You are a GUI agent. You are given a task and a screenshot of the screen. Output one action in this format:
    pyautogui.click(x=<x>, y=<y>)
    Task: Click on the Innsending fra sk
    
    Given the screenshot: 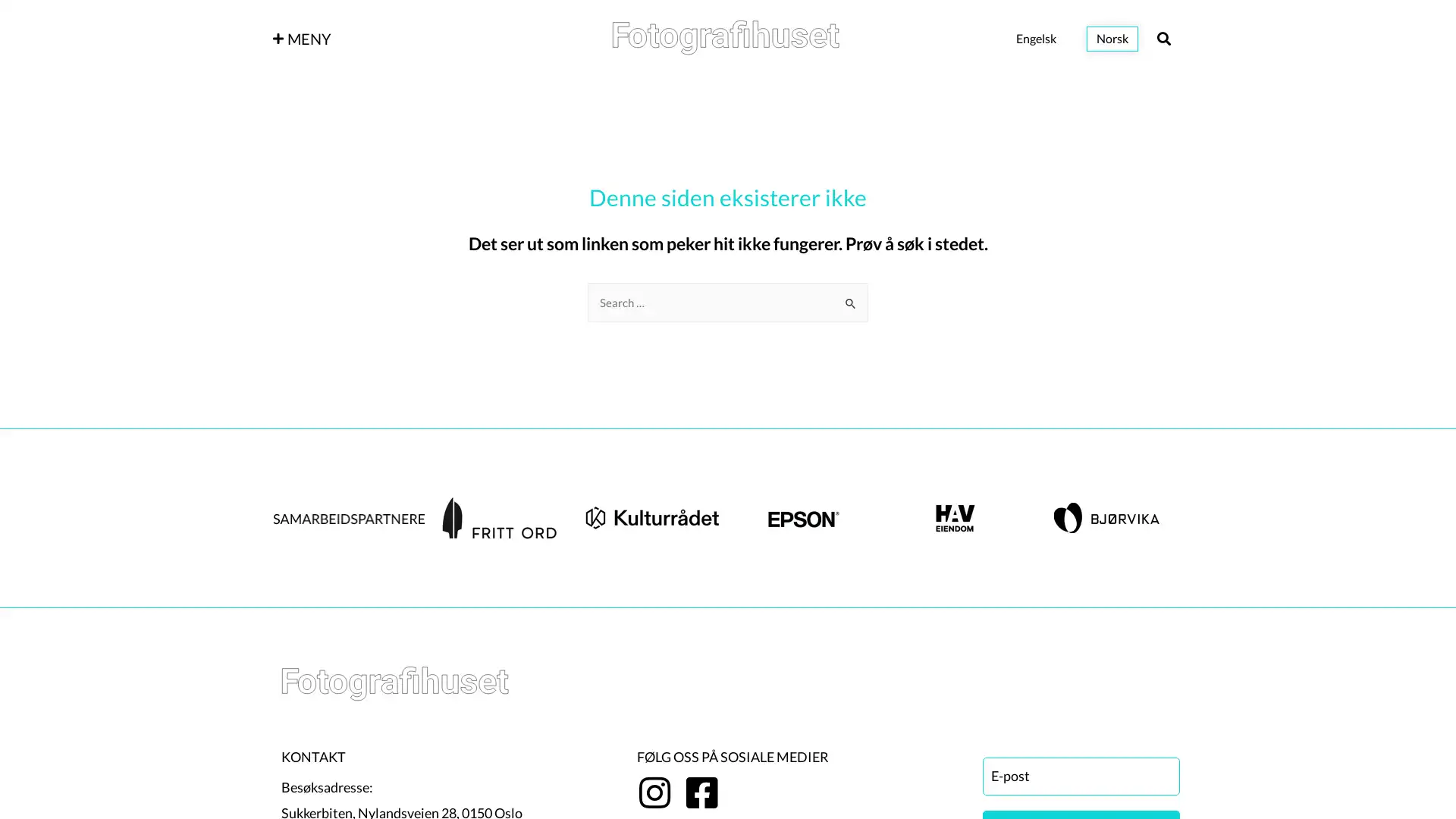 What is the action you would take?
    pyautogui.click(x=851, y=302)
    